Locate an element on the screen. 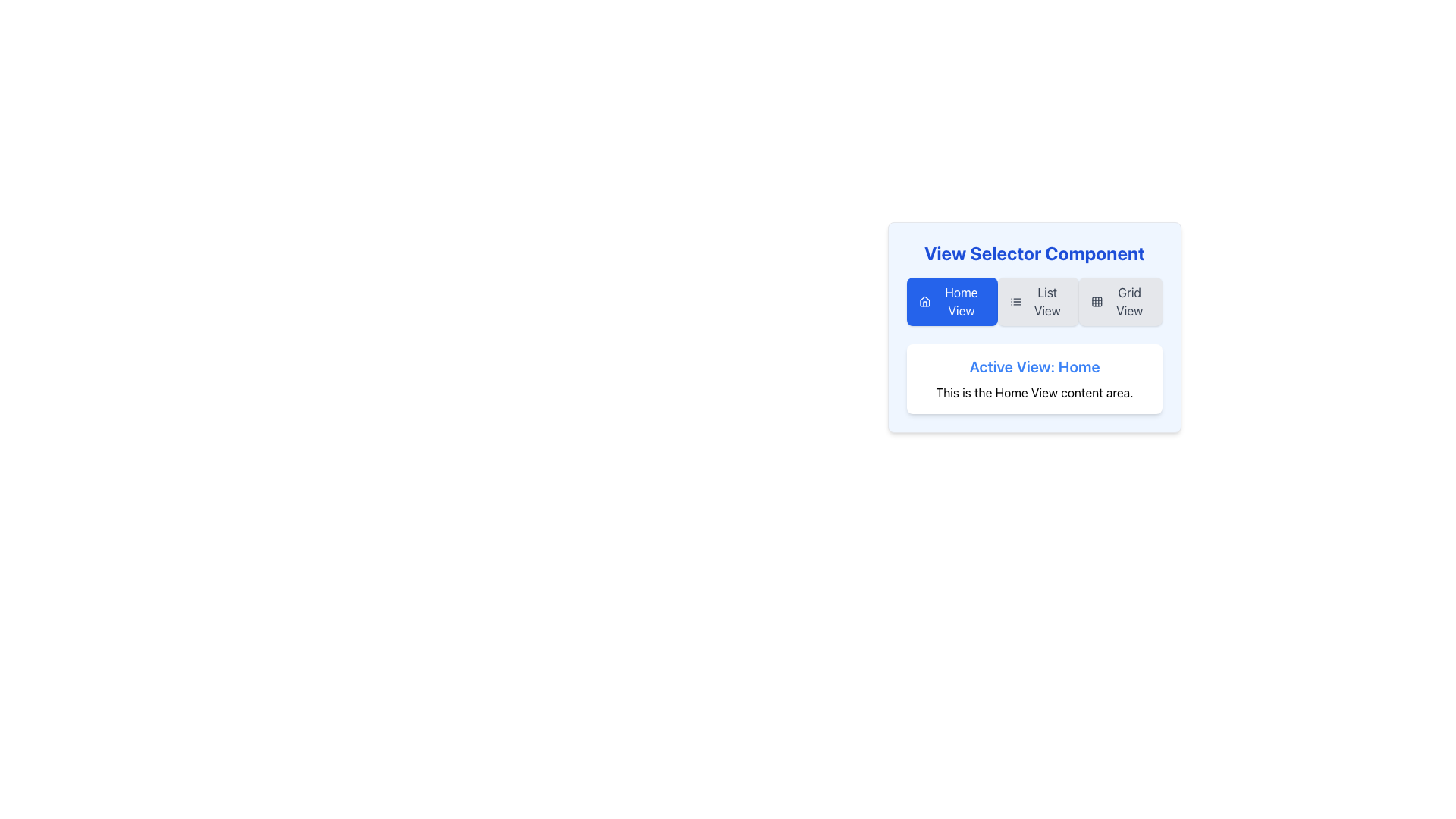 This screenshot has width=1456, height=819. the 'Home View' button in the 'View Selector' component is located at coordinates (952, 301).